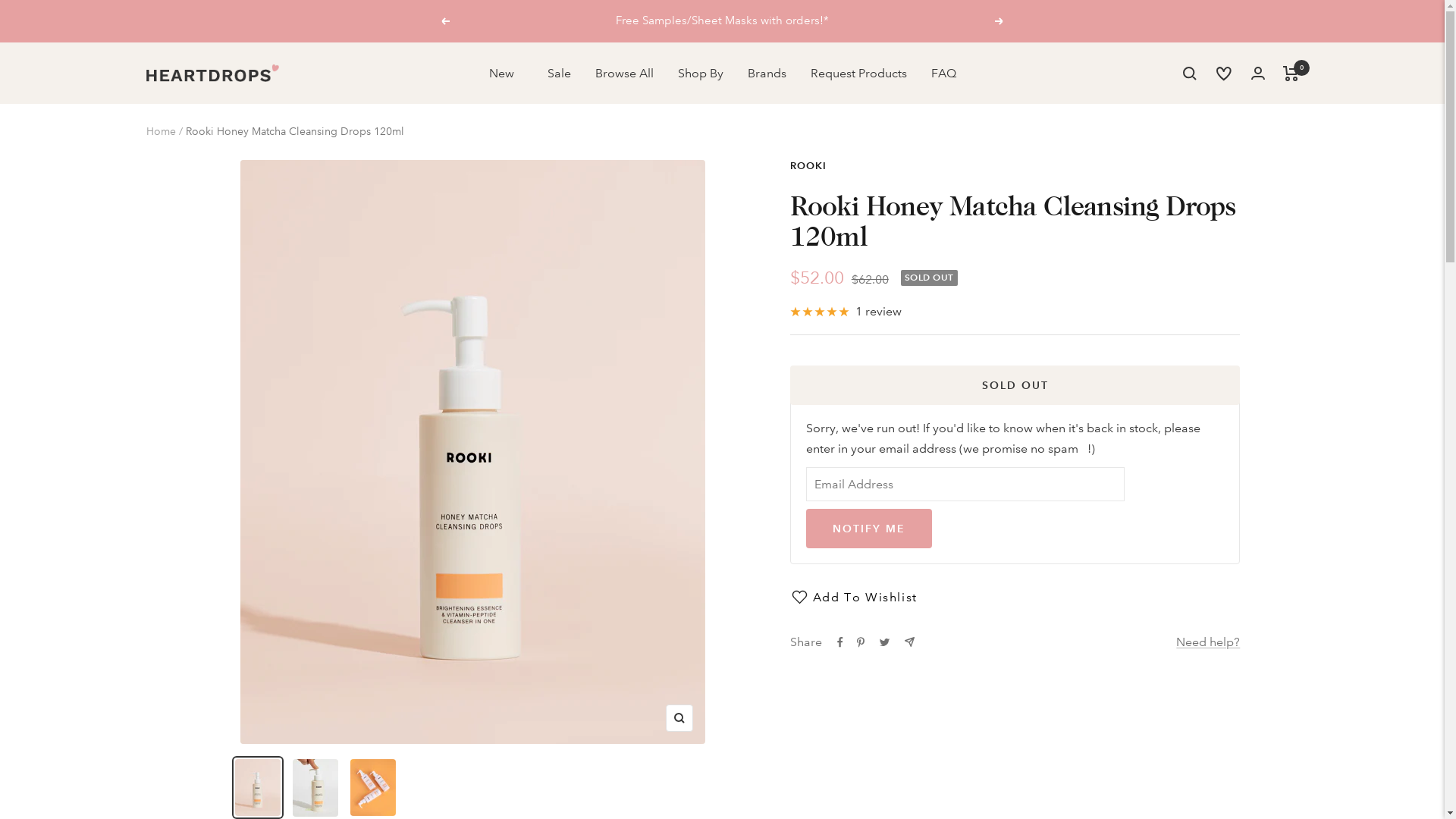 Image resolution: width=1456 pixels, height=819 pixels. What do you see at coordinates (146, 73) in the screenshot?
I see `'Heartdrops'` at bounding box center [146, 73].